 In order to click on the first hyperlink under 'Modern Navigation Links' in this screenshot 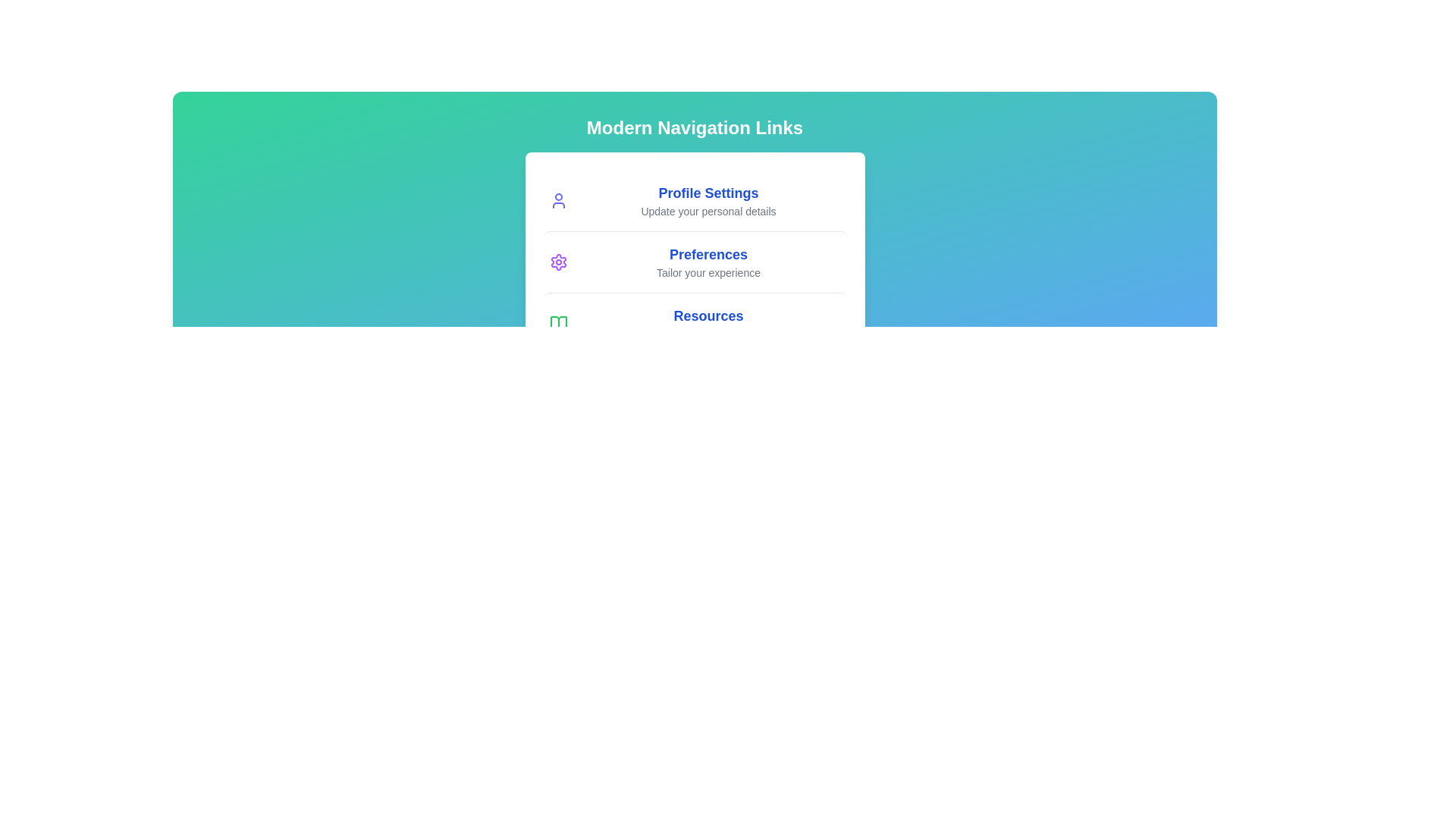, I will do `click(708, 192)`.